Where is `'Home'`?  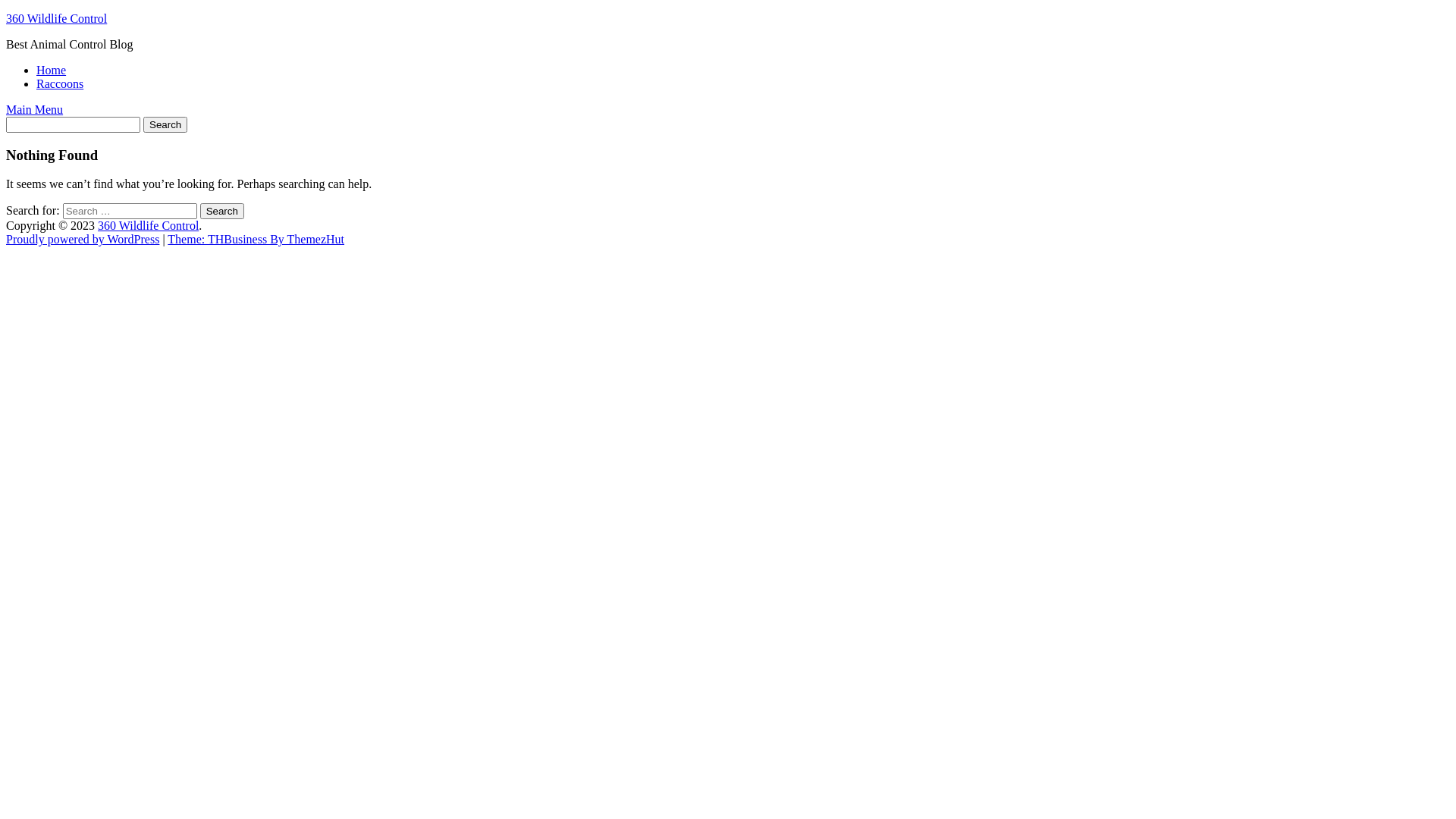 'Home' is located at coordinates (51, 70).